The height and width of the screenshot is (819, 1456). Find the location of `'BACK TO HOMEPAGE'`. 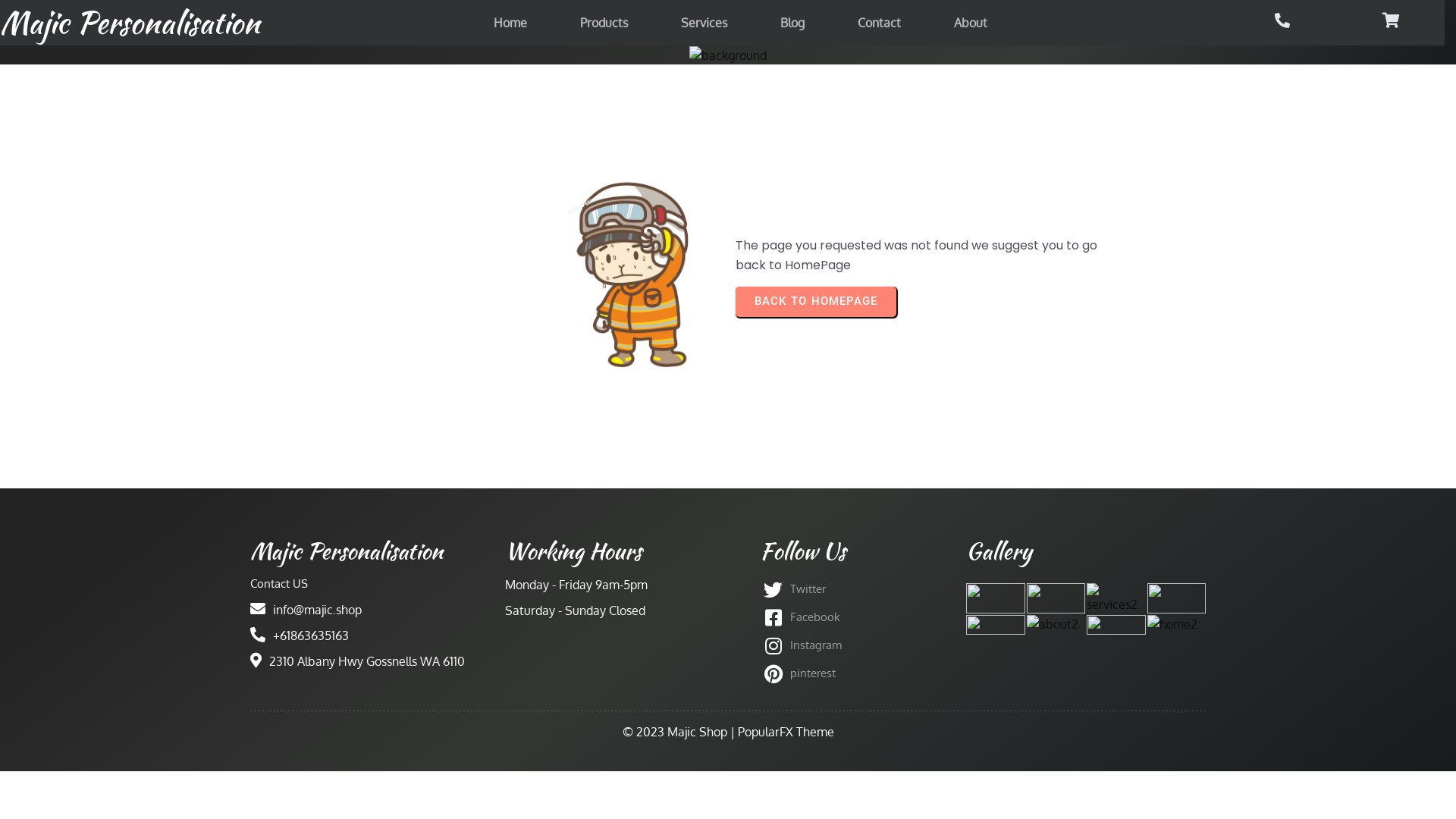

'BACK TO HOMEPAGE' is located at coordinates (814, 301).